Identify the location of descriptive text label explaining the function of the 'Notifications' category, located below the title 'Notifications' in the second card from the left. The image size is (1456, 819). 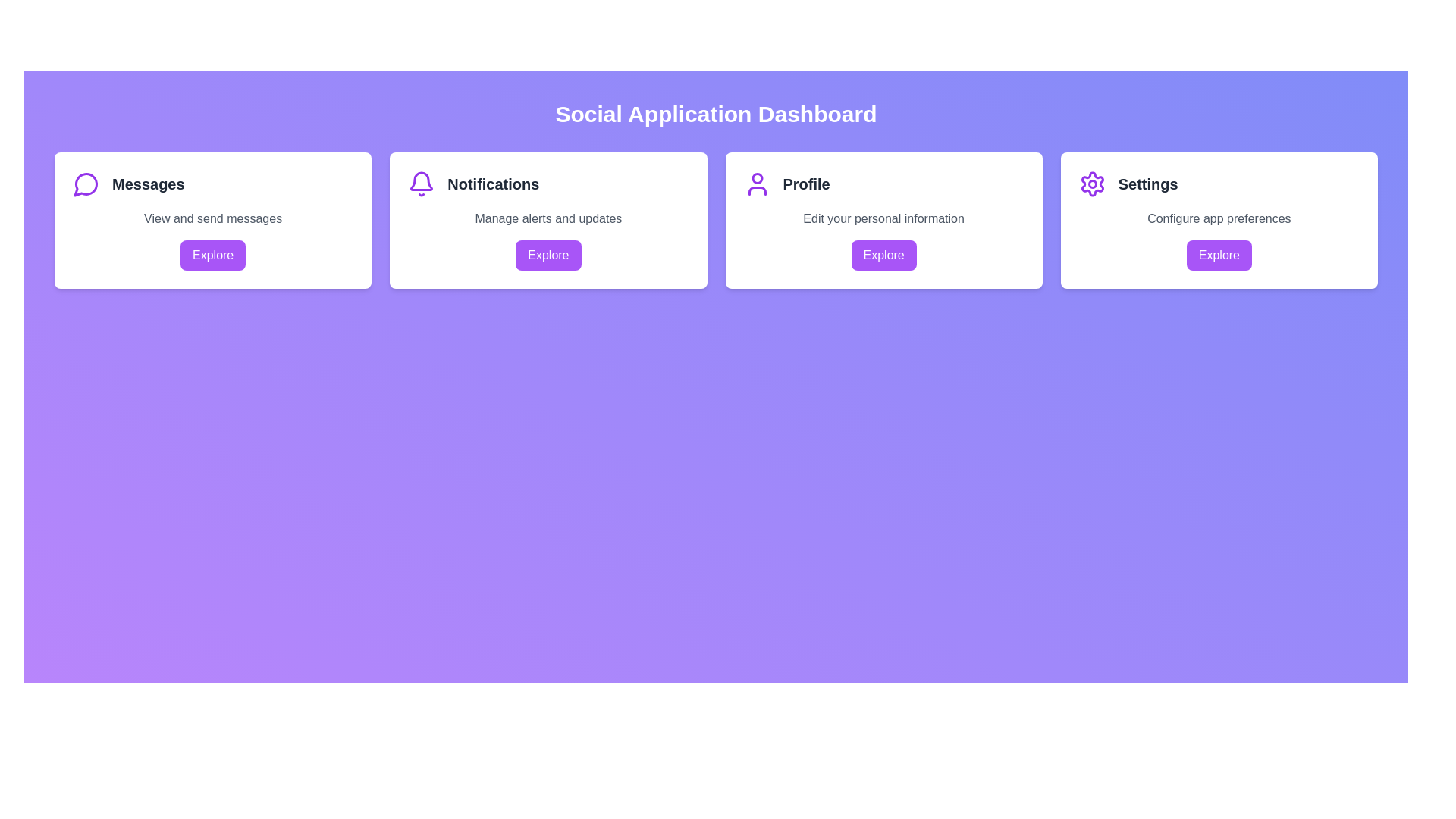
(548, 219).